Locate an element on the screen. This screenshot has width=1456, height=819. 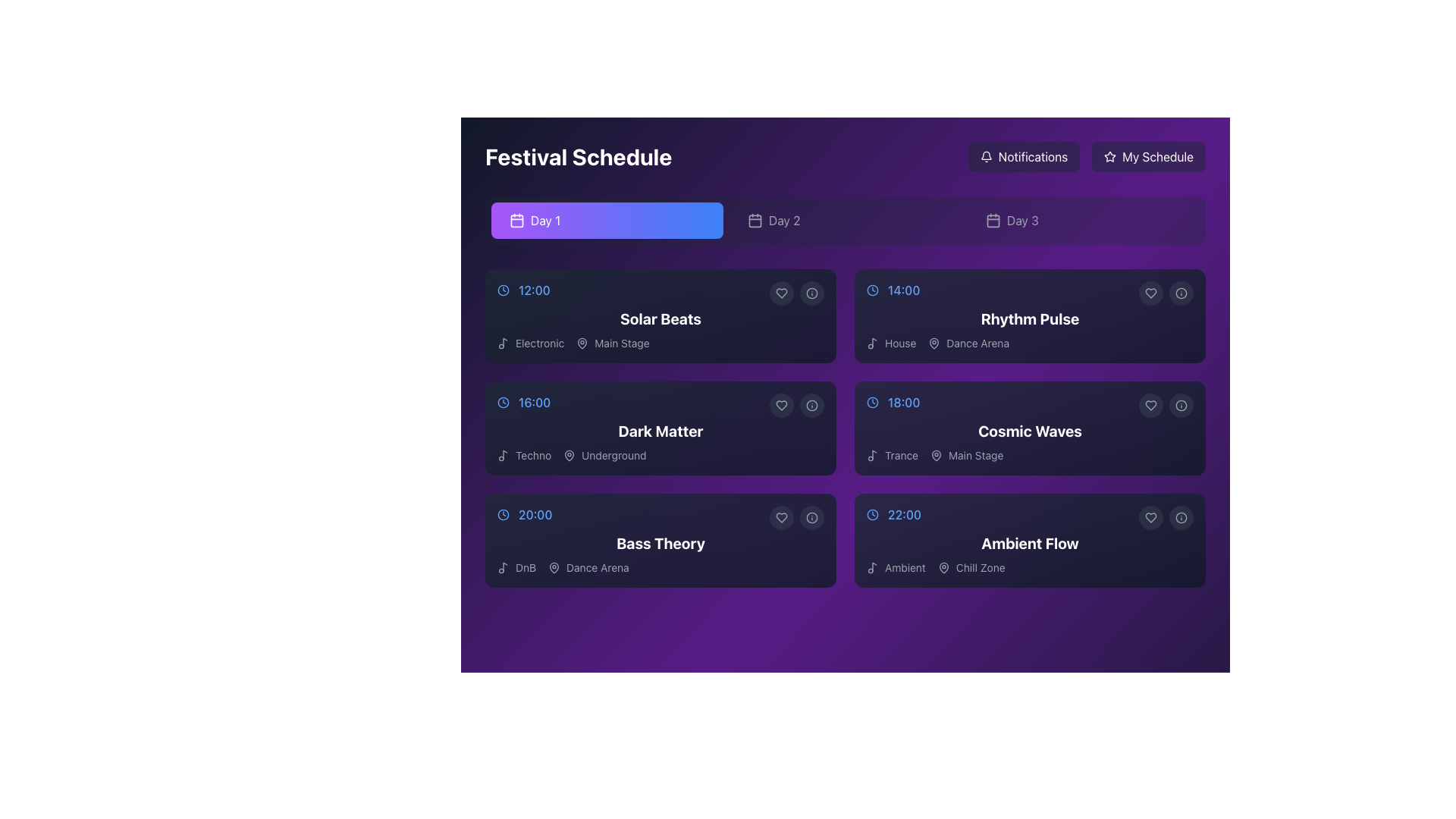
the small, circular map pin icon located adjacent to the text 'Chill Zone' within the 'Ambient Flow' event card is located at coordinates (943, 567).